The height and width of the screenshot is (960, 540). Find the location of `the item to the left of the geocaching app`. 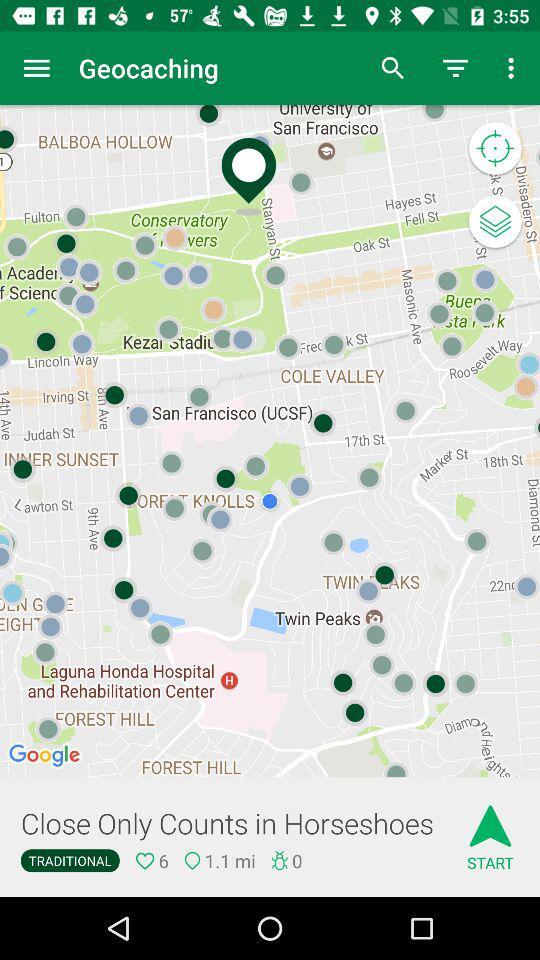

the item to the left of the geocaching app is located at coordinates (36, 68).